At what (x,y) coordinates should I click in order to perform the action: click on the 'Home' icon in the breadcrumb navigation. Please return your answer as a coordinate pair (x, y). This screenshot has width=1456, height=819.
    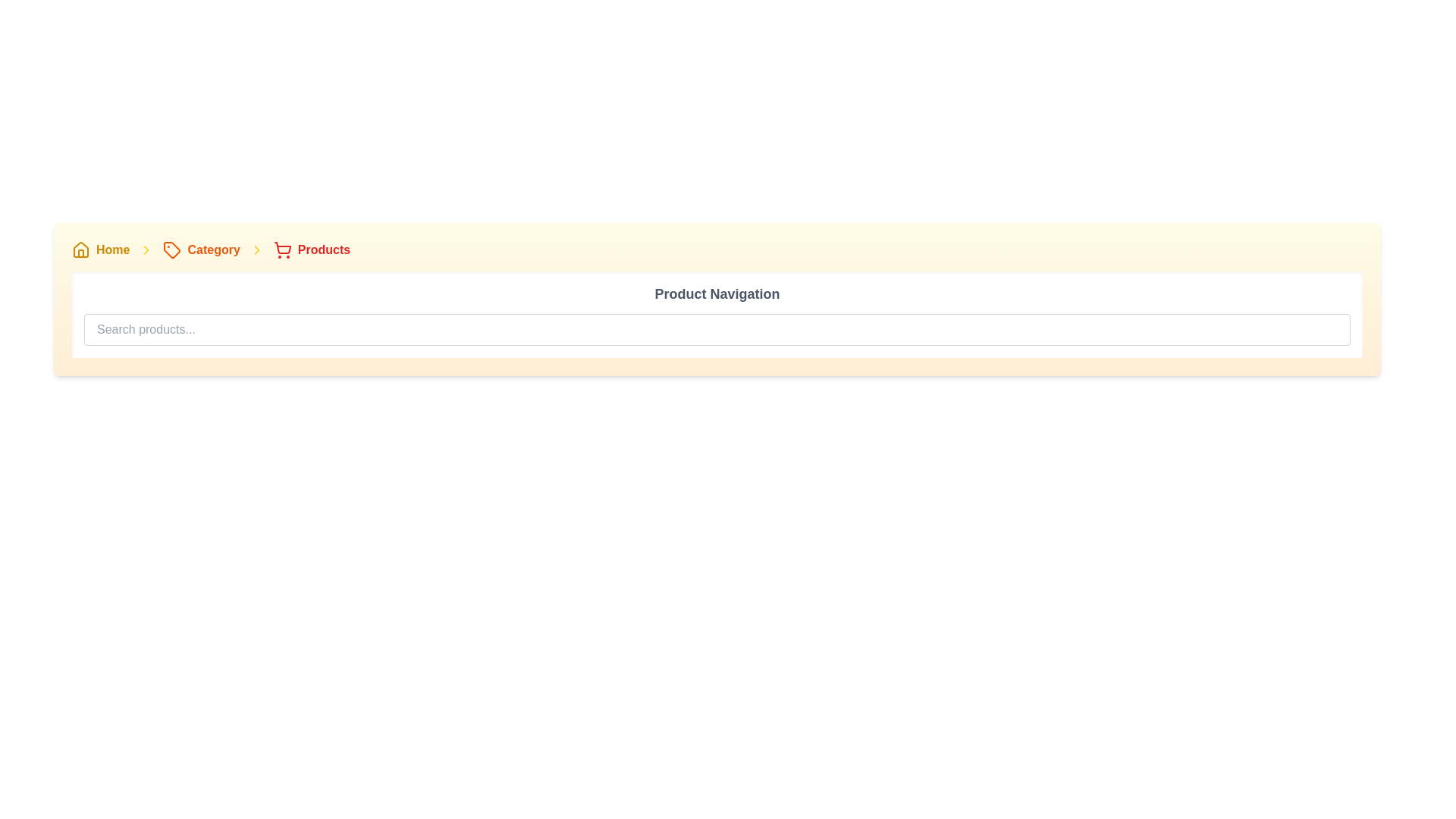
    Looking at the image, I should click on (80, 249).